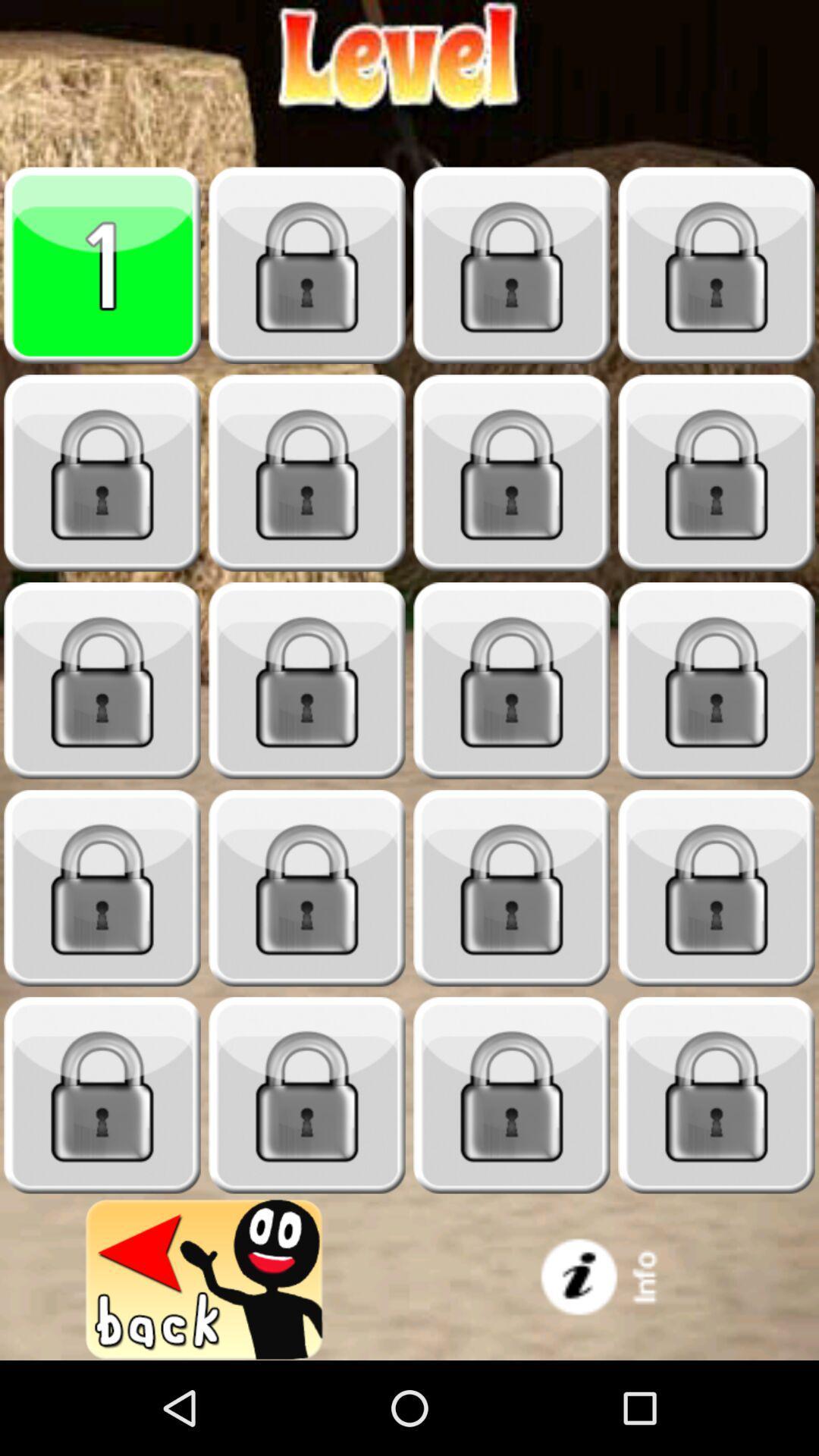 The height and width of the screenshot is (1456, 819). I want to click on lock 16, so click(307, 1095).